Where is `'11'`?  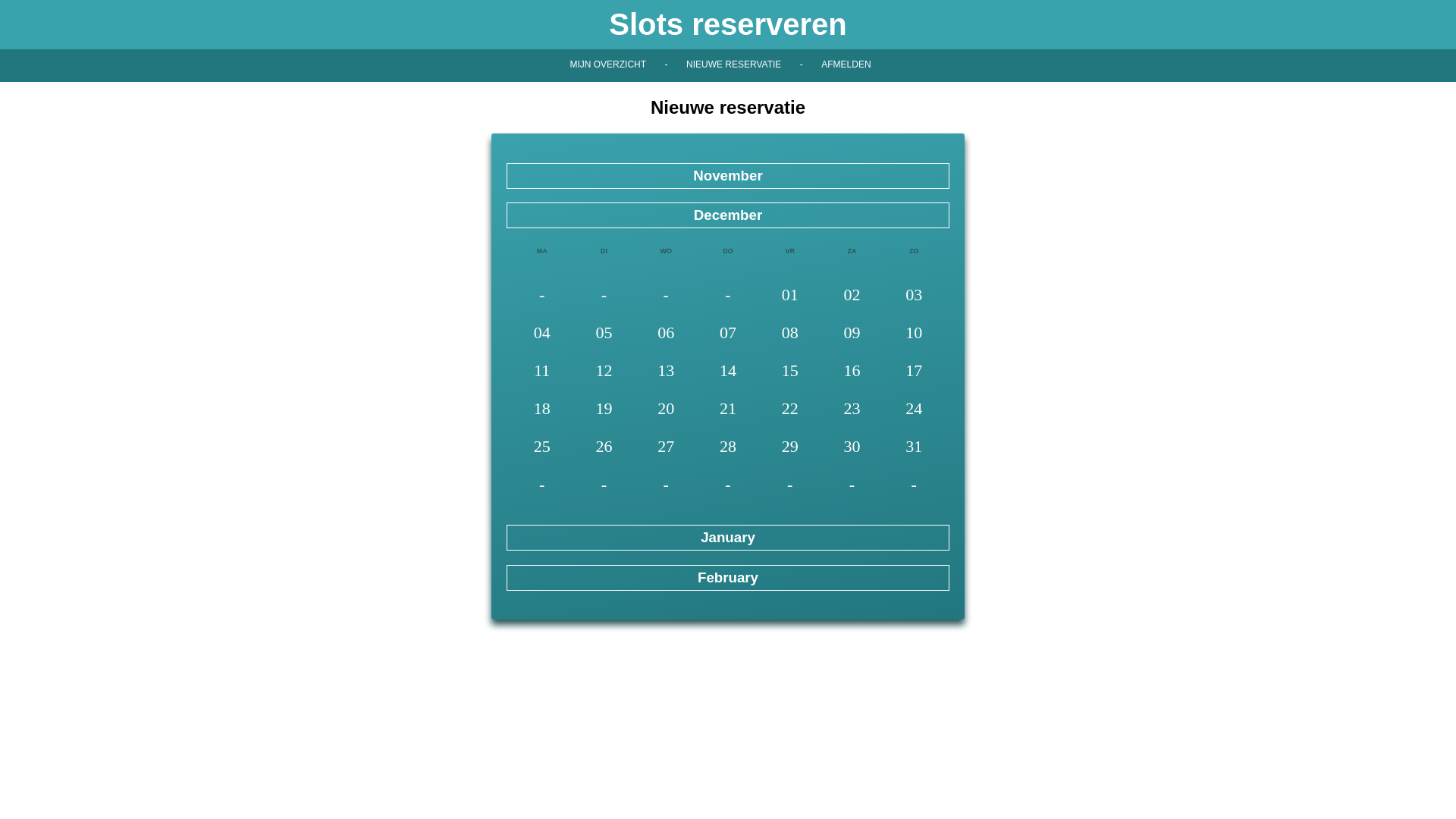 '11' is located at coordinates (510, 372).